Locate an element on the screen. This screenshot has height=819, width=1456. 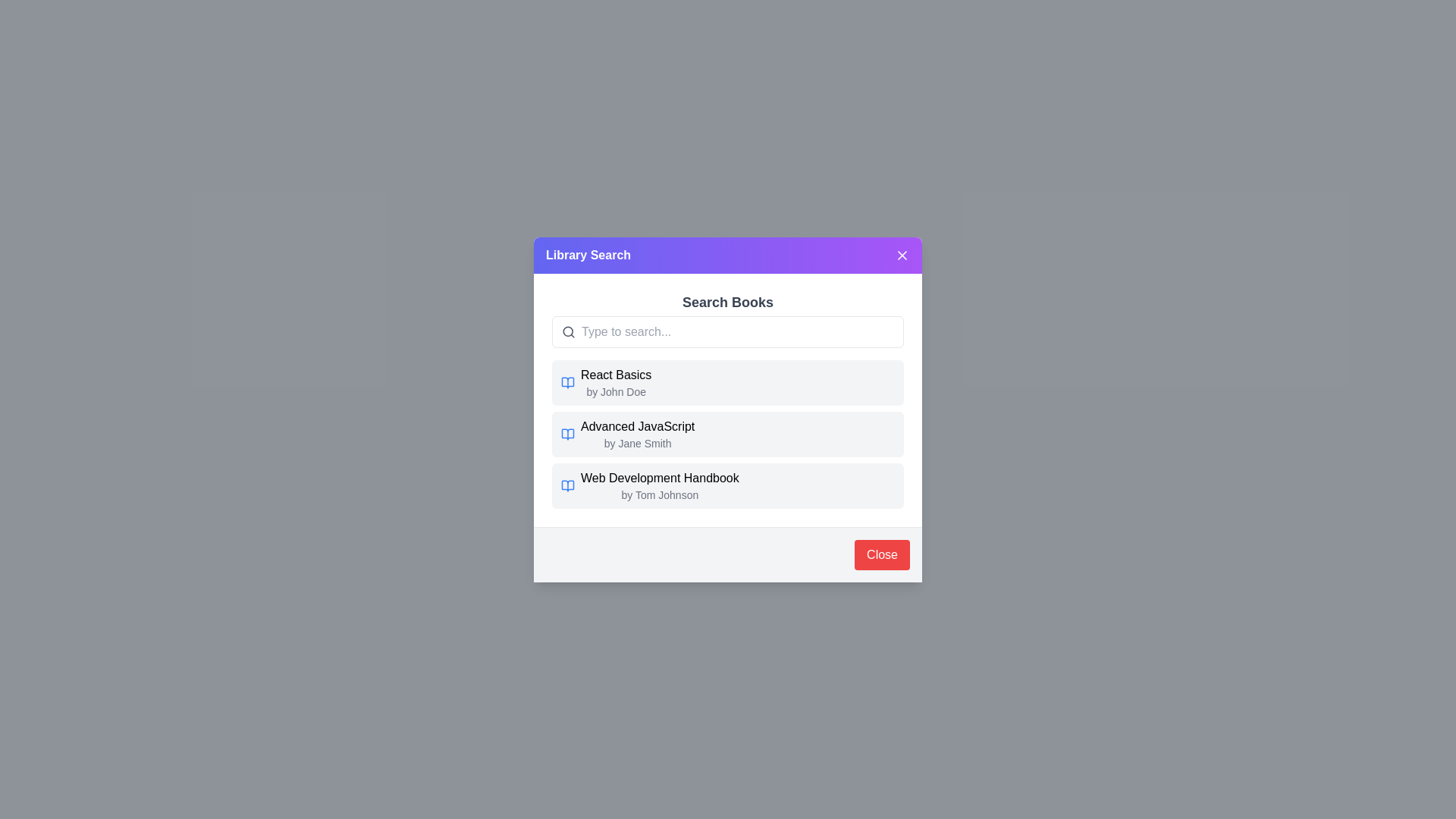
the close button located at the bottom-right corner of the modal dialog box is located at coordinates (882, 554).